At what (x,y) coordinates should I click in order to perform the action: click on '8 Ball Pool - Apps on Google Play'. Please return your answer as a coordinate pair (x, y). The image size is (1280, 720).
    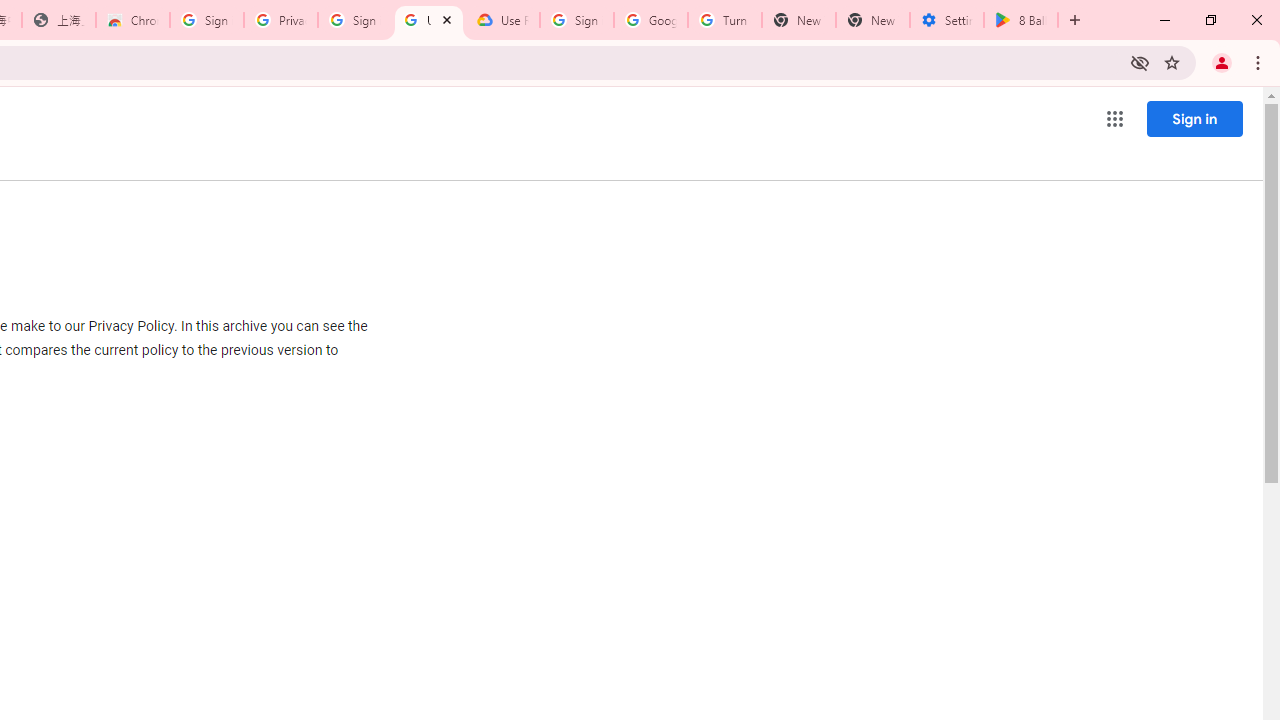
    Looking at the image, I should click on (1021, 20).